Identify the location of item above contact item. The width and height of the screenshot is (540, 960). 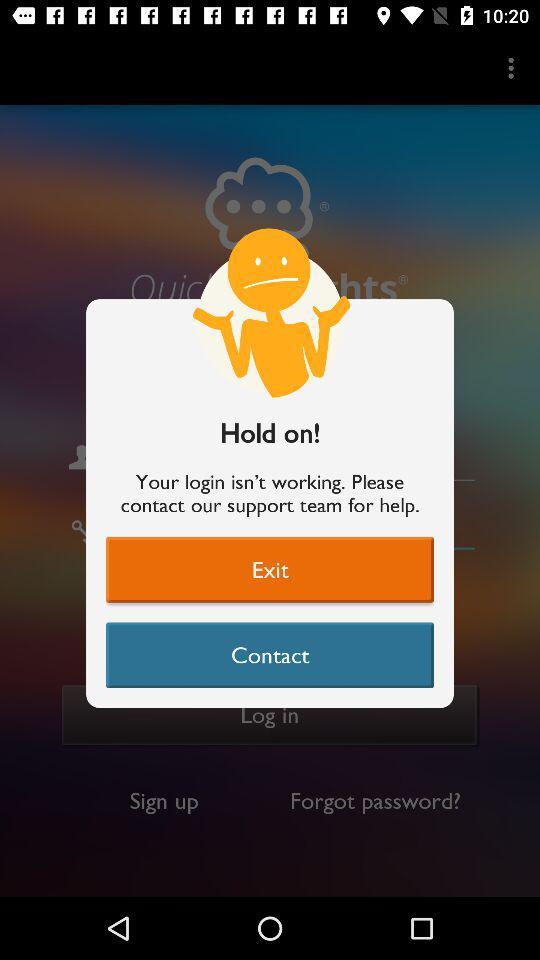
(270, 569).